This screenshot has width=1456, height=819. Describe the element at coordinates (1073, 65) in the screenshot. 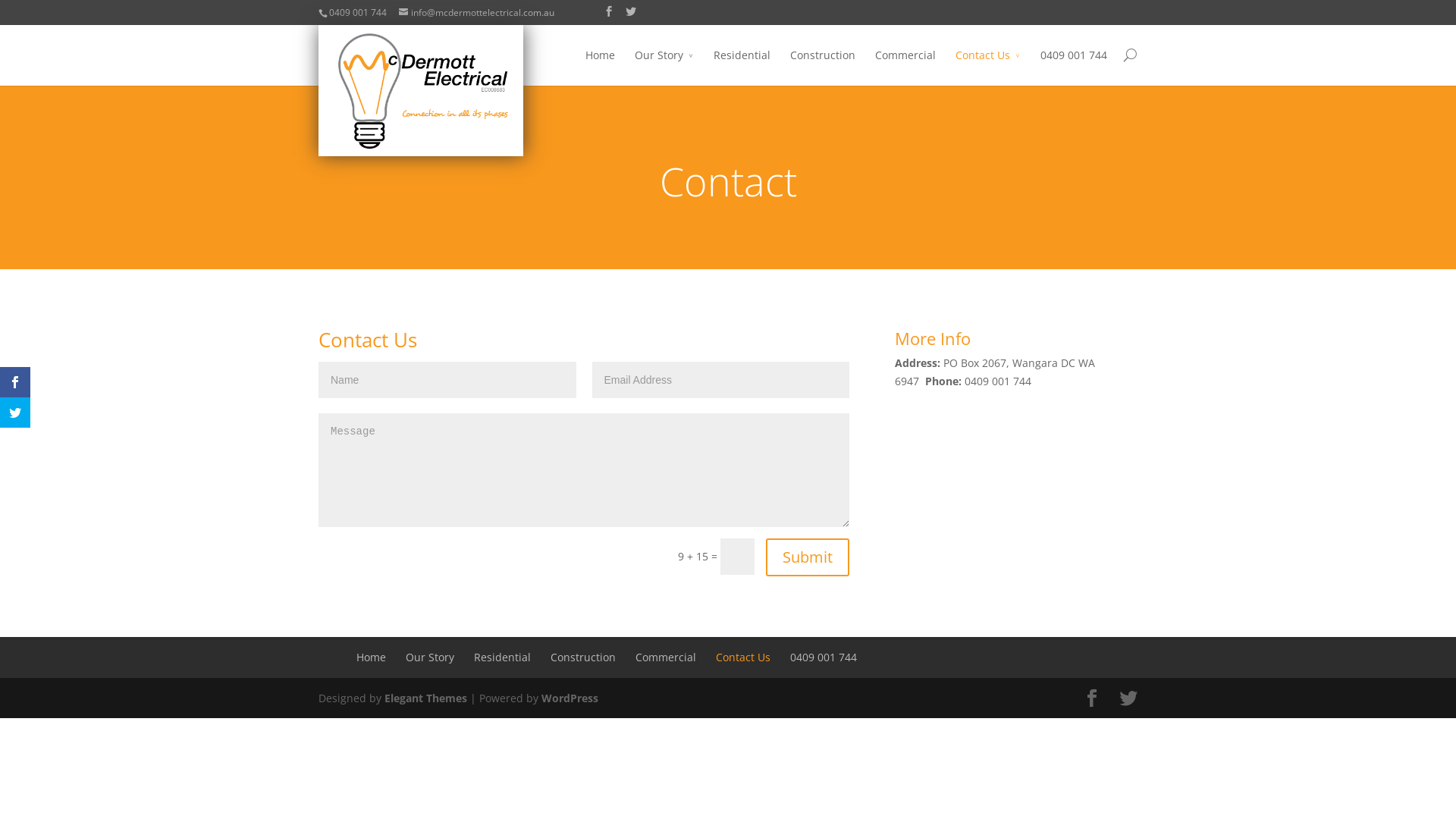

I see `'0409 001 744'` at that location.